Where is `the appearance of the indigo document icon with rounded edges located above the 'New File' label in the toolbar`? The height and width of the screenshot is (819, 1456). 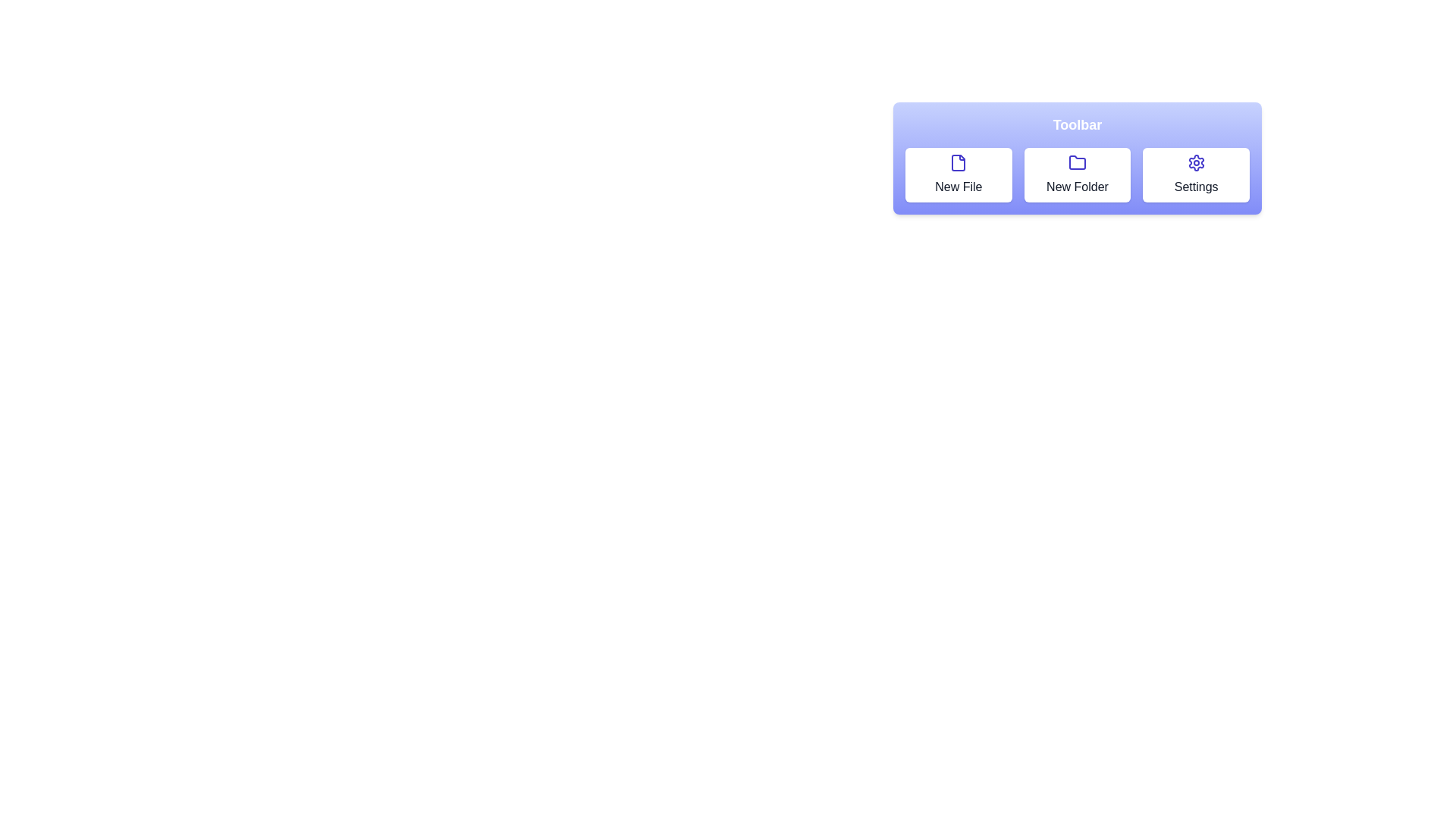 the appearance of the indigo document icon with rounded edges located above the 'New File' label in the toolbar is located at coordinates (958, 163).